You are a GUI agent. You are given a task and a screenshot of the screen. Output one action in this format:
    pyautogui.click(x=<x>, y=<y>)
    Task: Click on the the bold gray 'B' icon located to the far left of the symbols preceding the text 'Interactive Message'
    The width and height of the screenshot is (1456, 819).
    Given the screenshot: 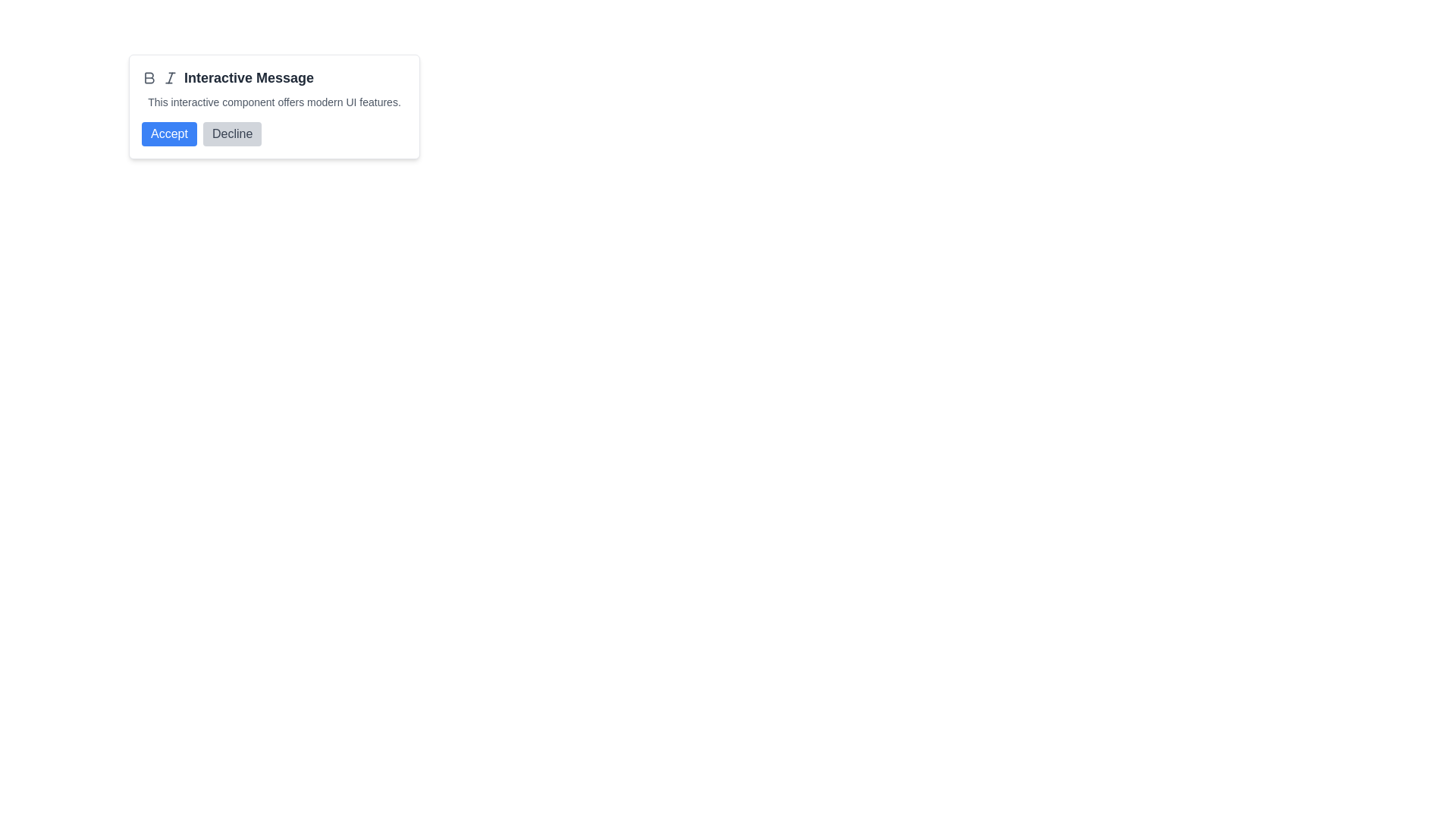 What is the action you would take?
    pyautogui.click(x=149, y=78)
    